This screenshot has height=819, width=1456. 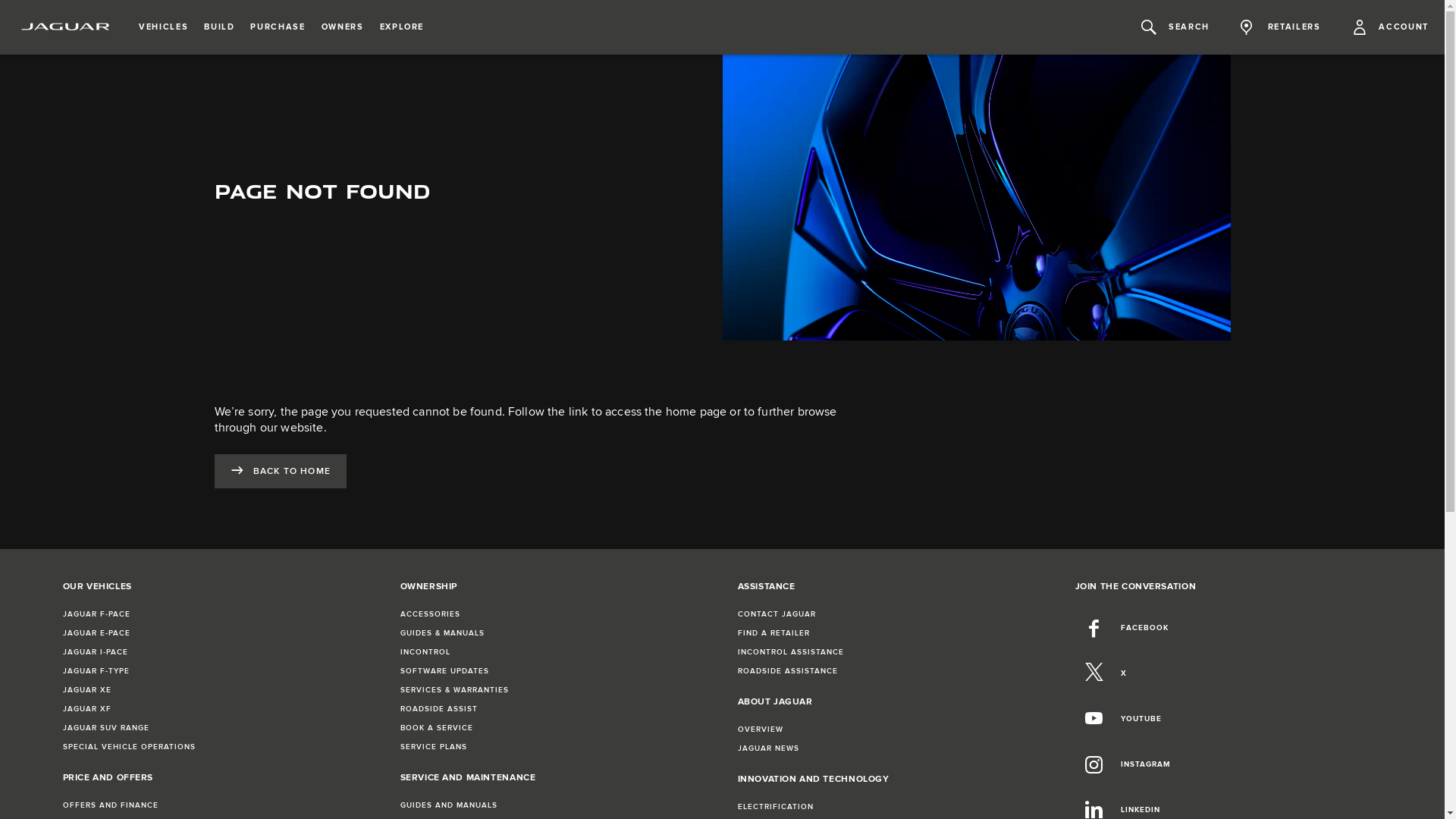 What do you see at coordinates (400, 690) in the screenshot?
I see `'SERVICES & WARRANTIES'` at bounding box center [400, 690].